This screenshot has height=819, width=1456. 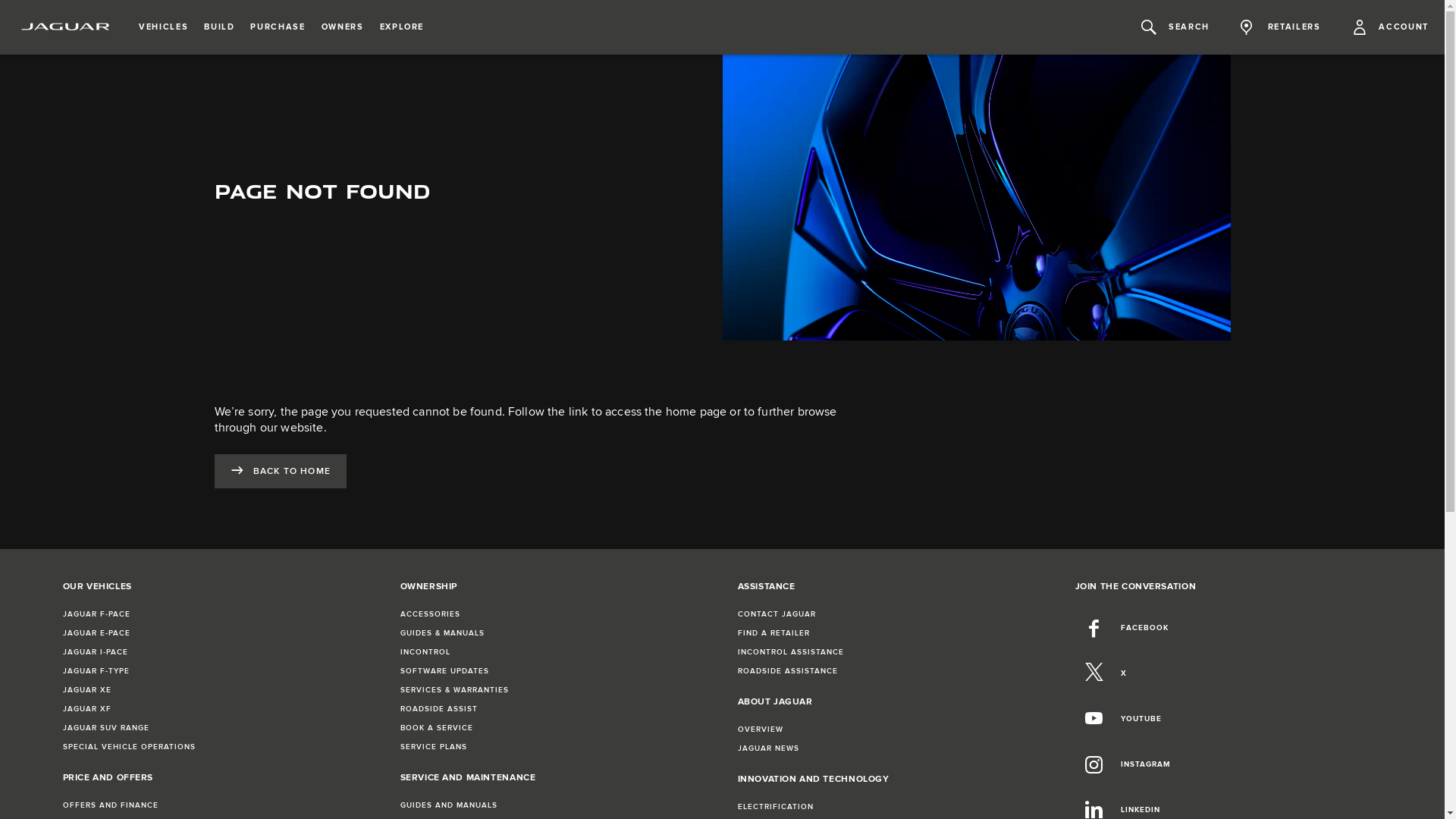 What do you see at coordinates (400, 690) in the screenshot?
I see `'SERVICES & WARRANTIES'` at bounding box center [400, 690].